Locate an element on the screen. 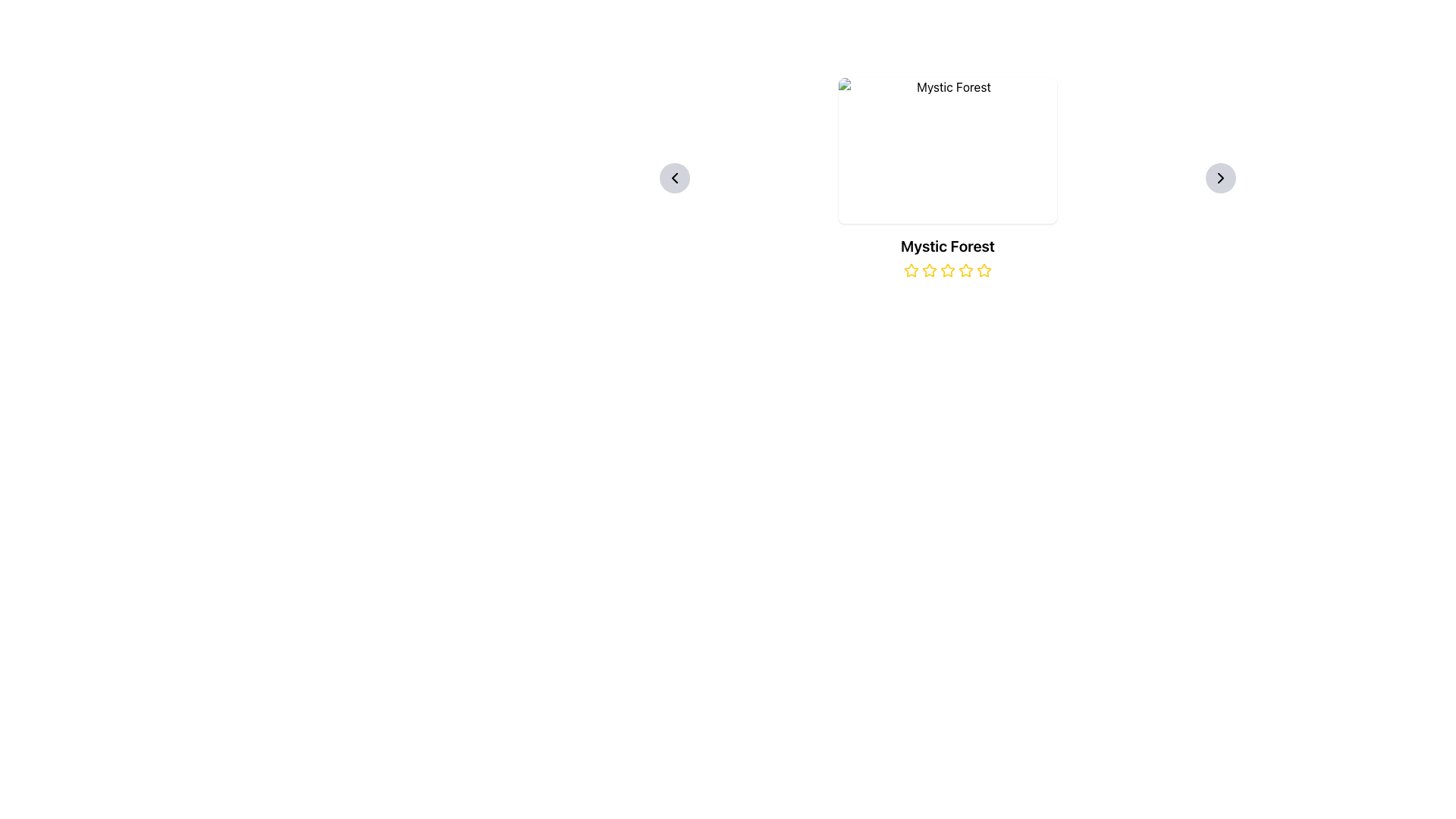 This screenshot has height=819, width=1456. the first rating star icon below the title 'Mystic Forest' to provide a rating is located at coordinates (910, 270).